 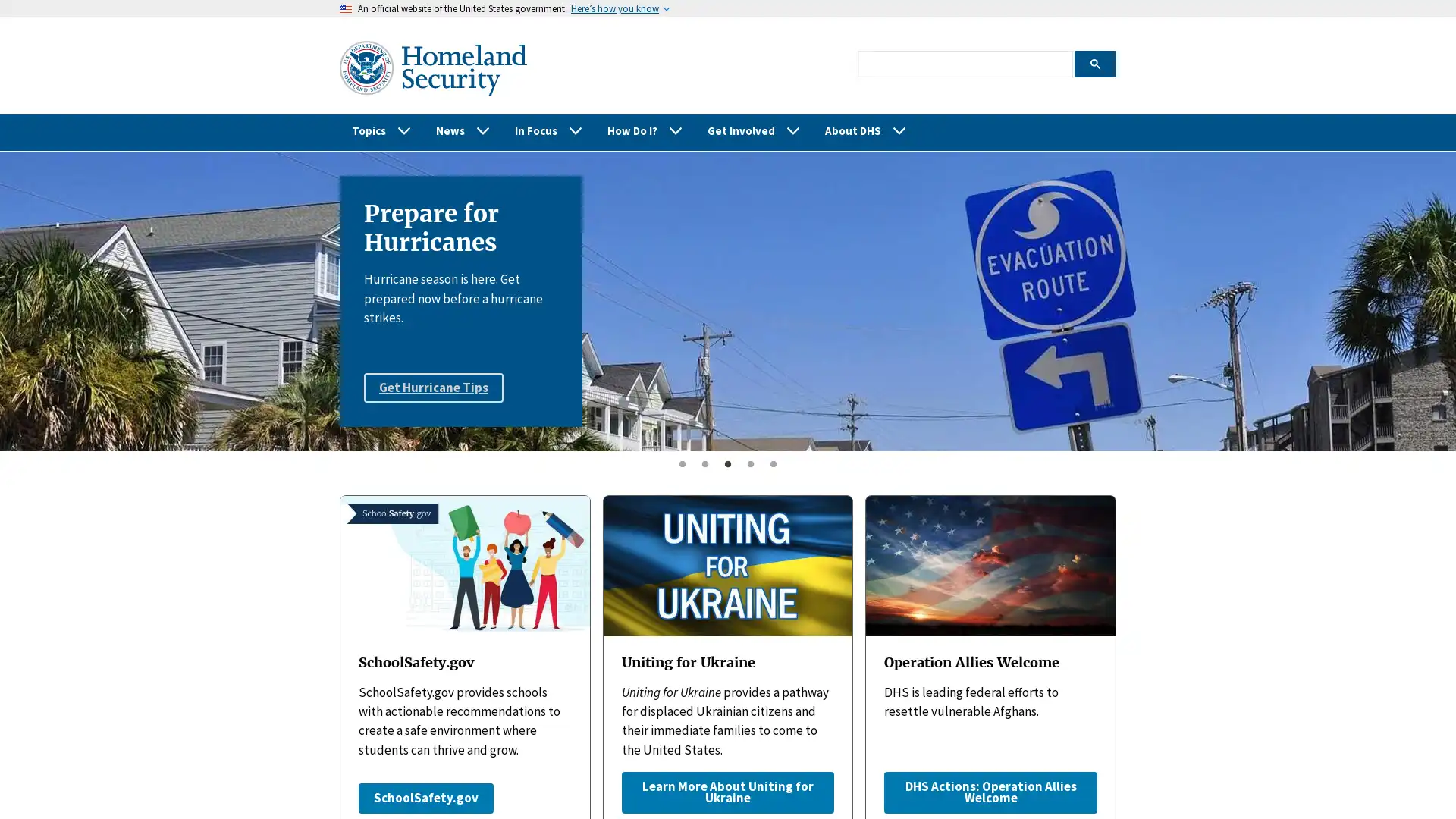 What do you see at coordinates (866, 130) in the screenshot?
I see `About DHS` at bounding box center [866, 130].